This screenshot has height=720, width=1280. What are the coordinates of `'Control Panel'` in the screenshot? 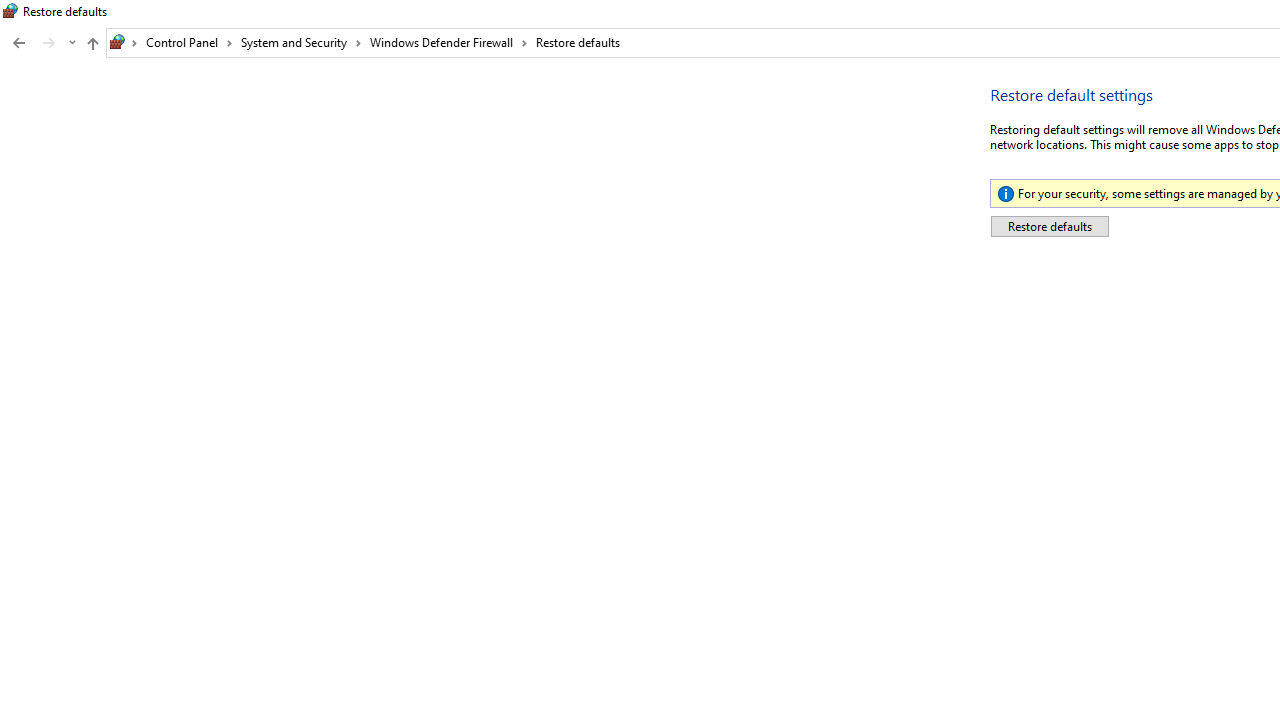 It's located at (189, 42).